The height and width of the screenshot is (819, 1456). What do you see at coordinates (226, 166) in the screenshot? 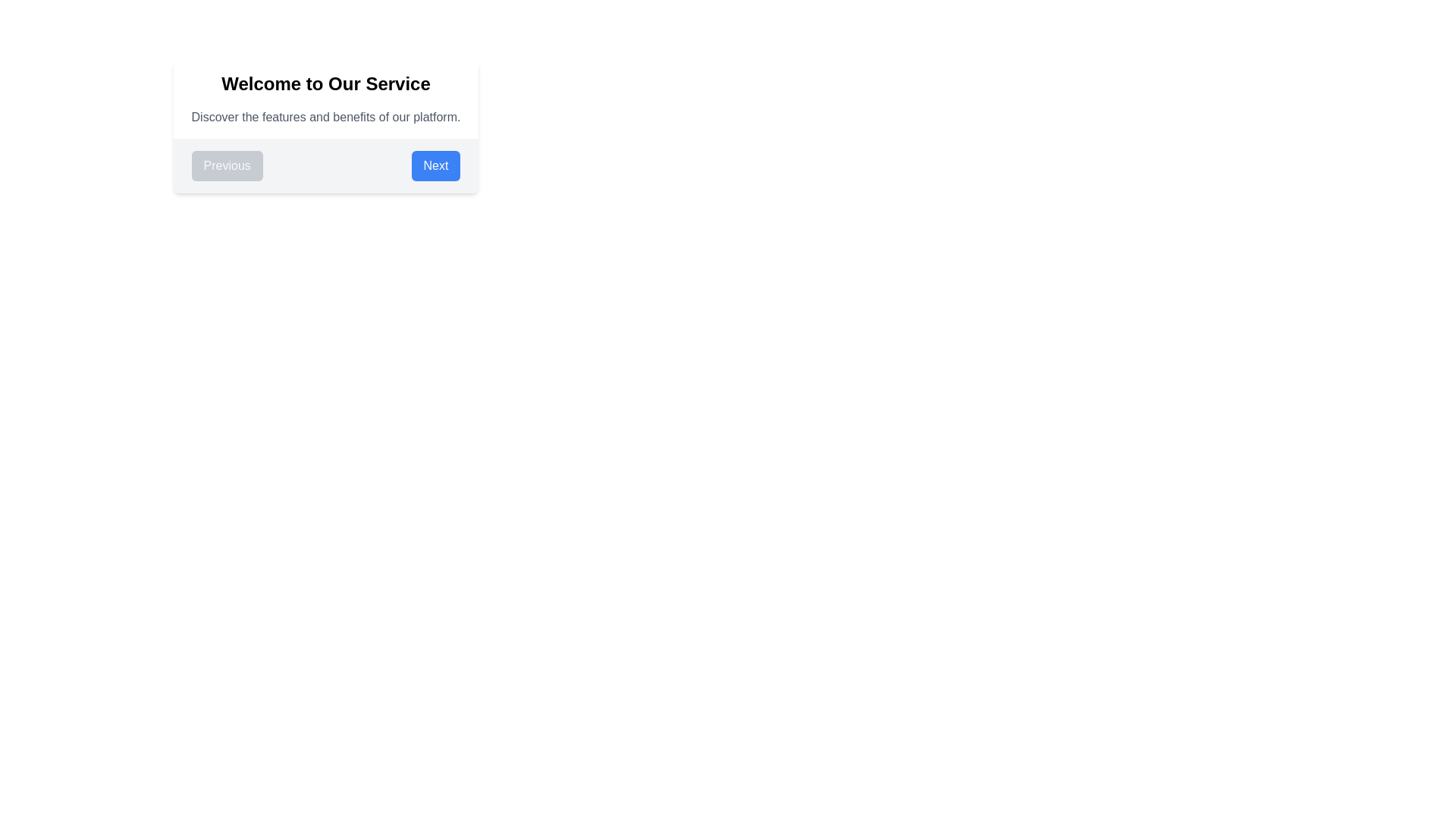
I see `the first button located` at bounding box center [226, 166].